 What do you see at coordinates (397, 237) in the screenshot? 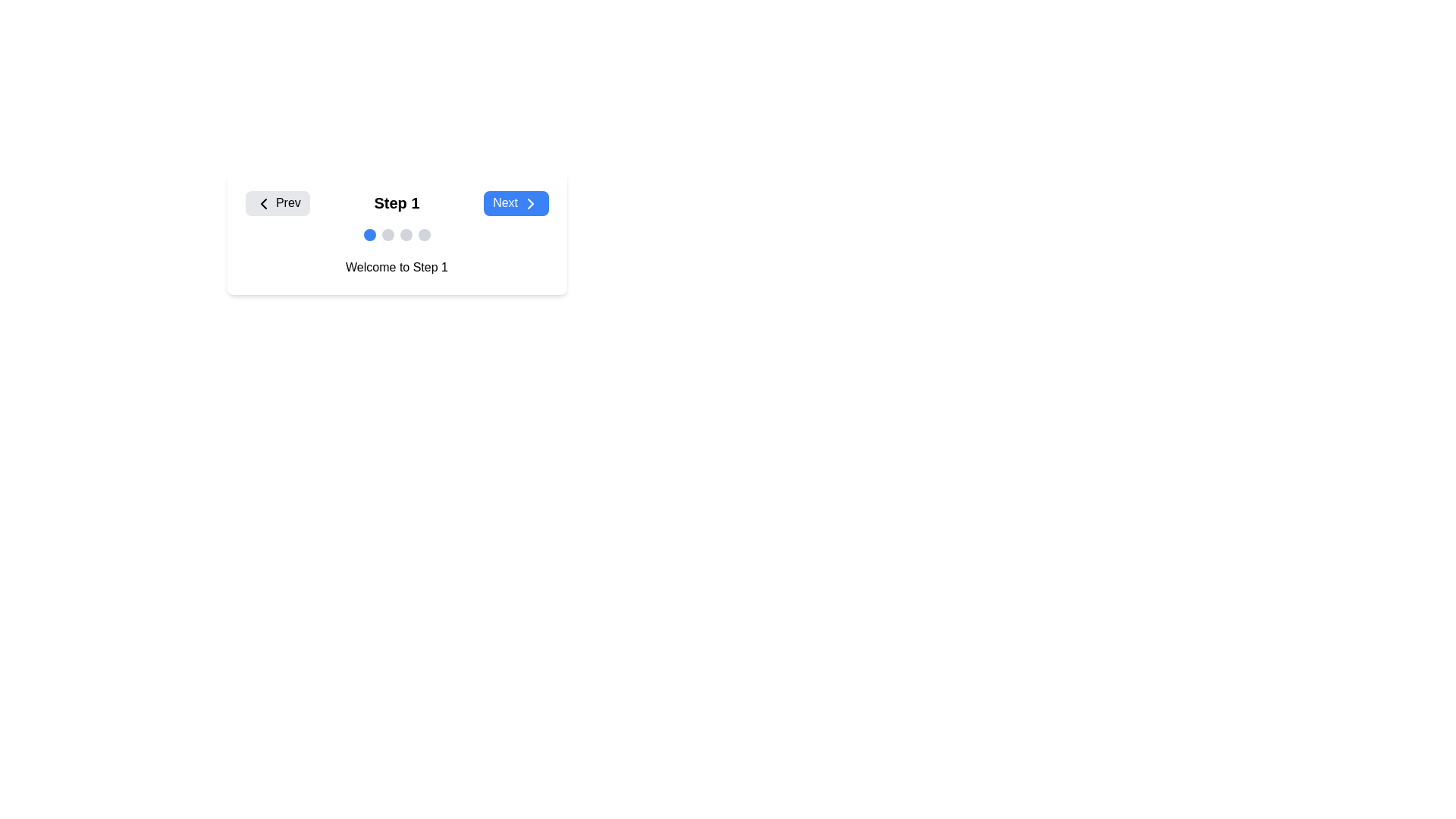
I see `the Step indicator, which consists of four circular indicators with the first filled in blue and the others gray, located below the text 'Step 1'` at bounding box center [397, 237].